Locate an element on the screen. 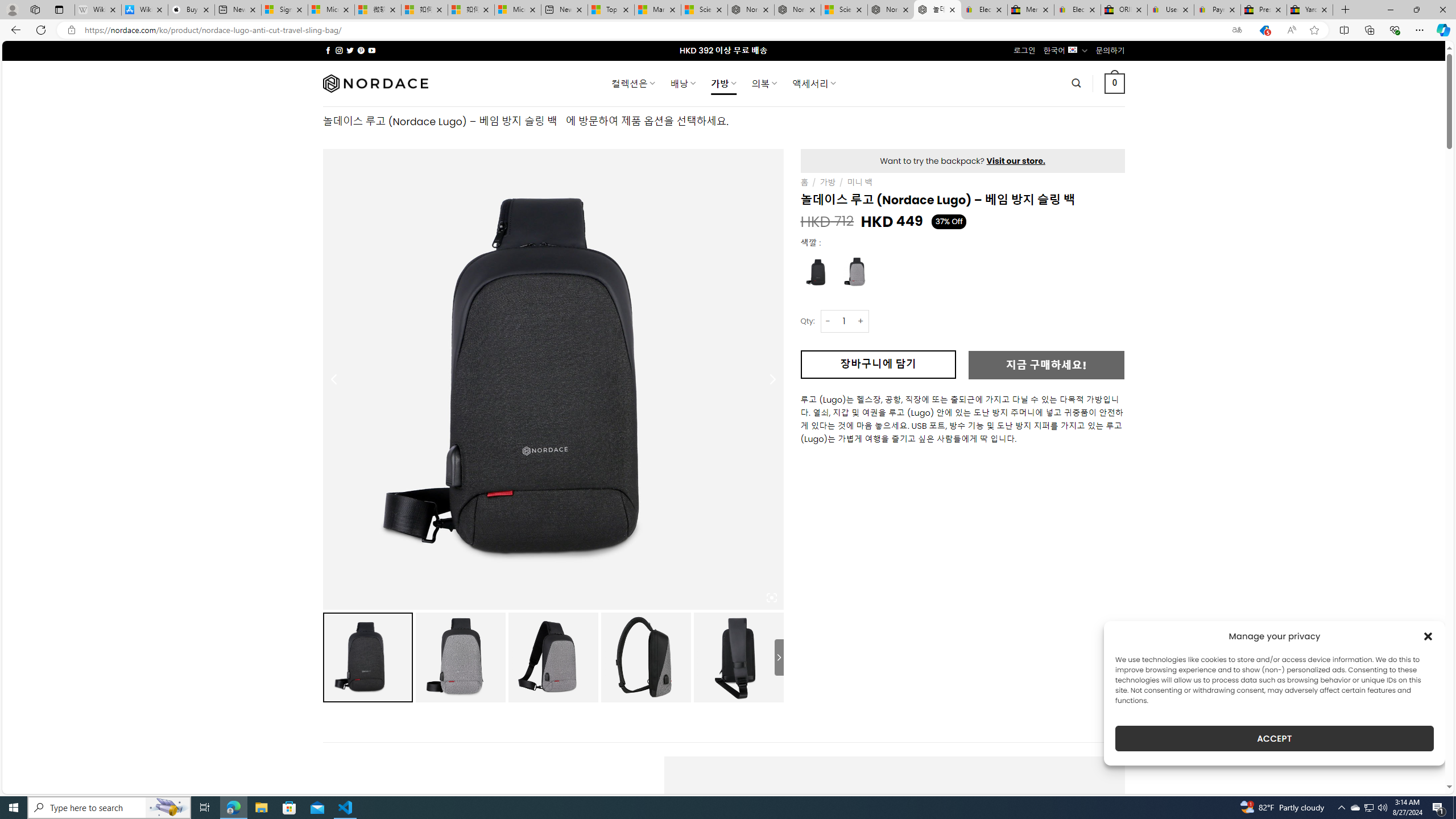 The height and width of the screenshot is (819, 1456). 'Visit our store.' is located at coordinates (1015, 161).